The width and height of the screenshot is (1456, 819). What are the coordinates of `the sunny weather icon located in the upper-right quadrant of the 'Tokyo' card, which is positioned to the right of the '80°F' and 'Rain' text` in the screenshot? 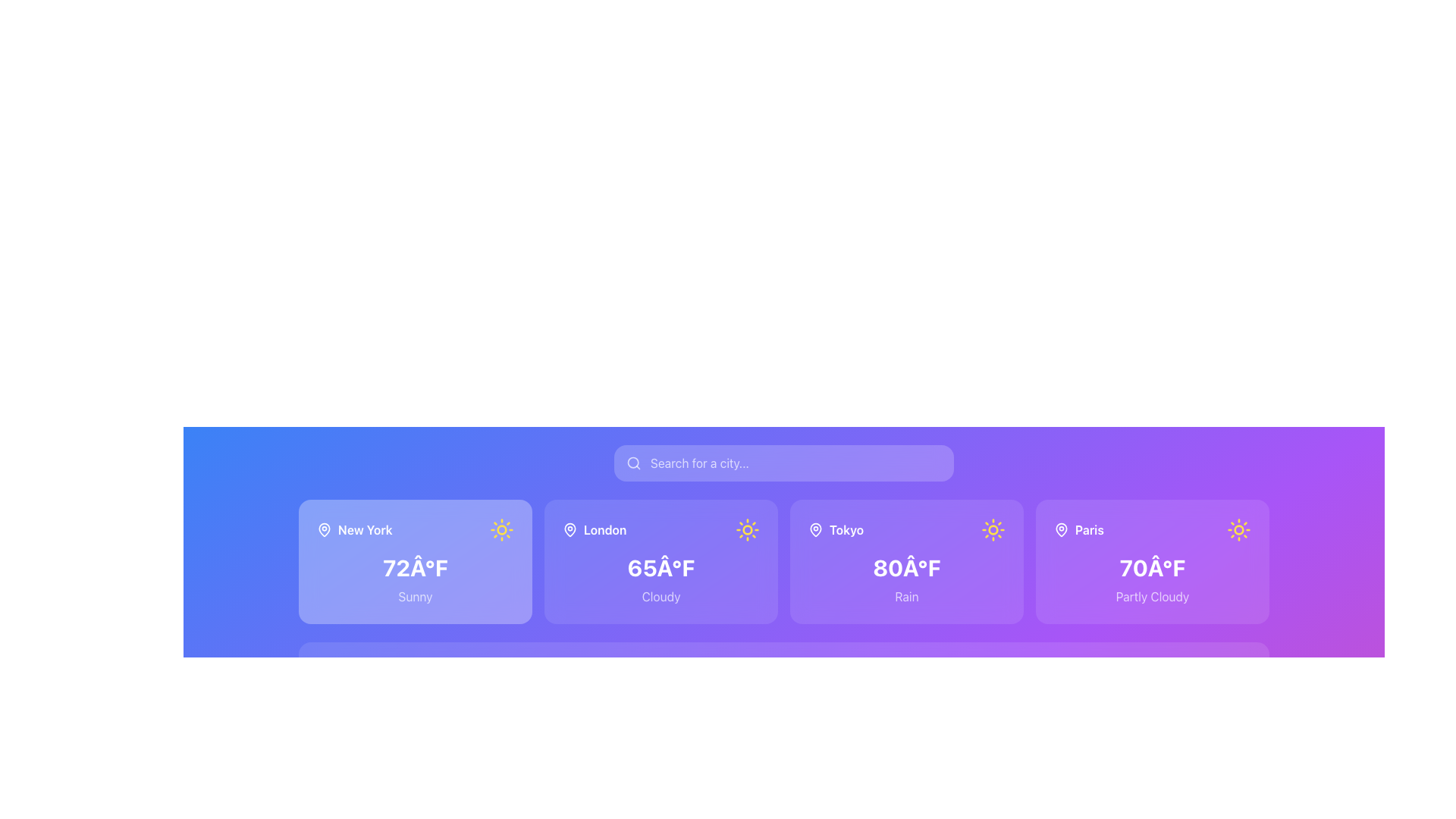 It's located at (993, 529).